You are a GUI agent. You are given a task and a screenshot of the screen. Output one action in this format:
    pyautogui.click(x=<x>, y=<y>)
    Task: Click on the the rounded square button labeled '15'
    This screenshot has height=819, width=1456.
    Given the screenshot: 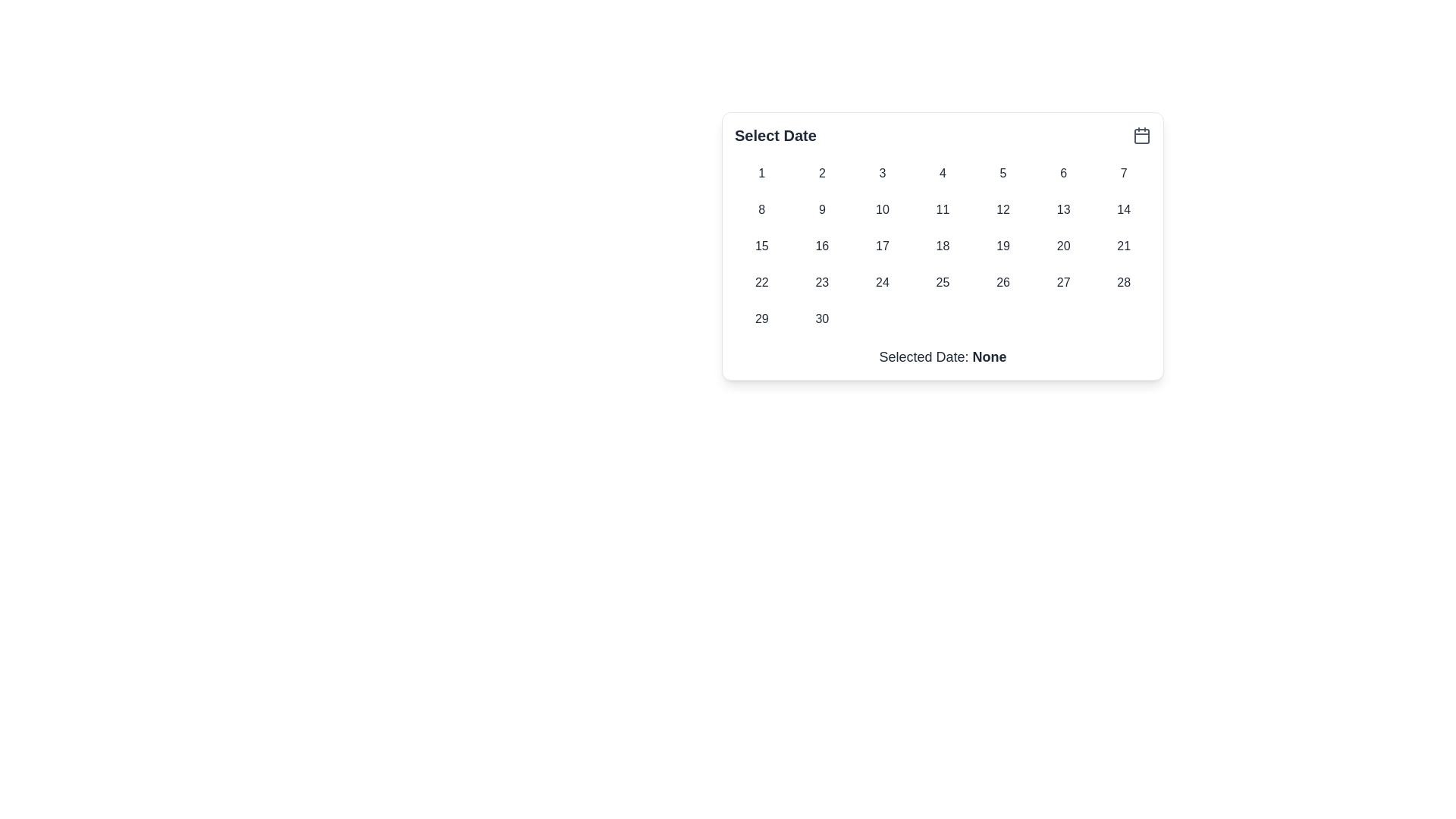 What is the action you would take?
    pyautogui.click(x=761, y=245)
    